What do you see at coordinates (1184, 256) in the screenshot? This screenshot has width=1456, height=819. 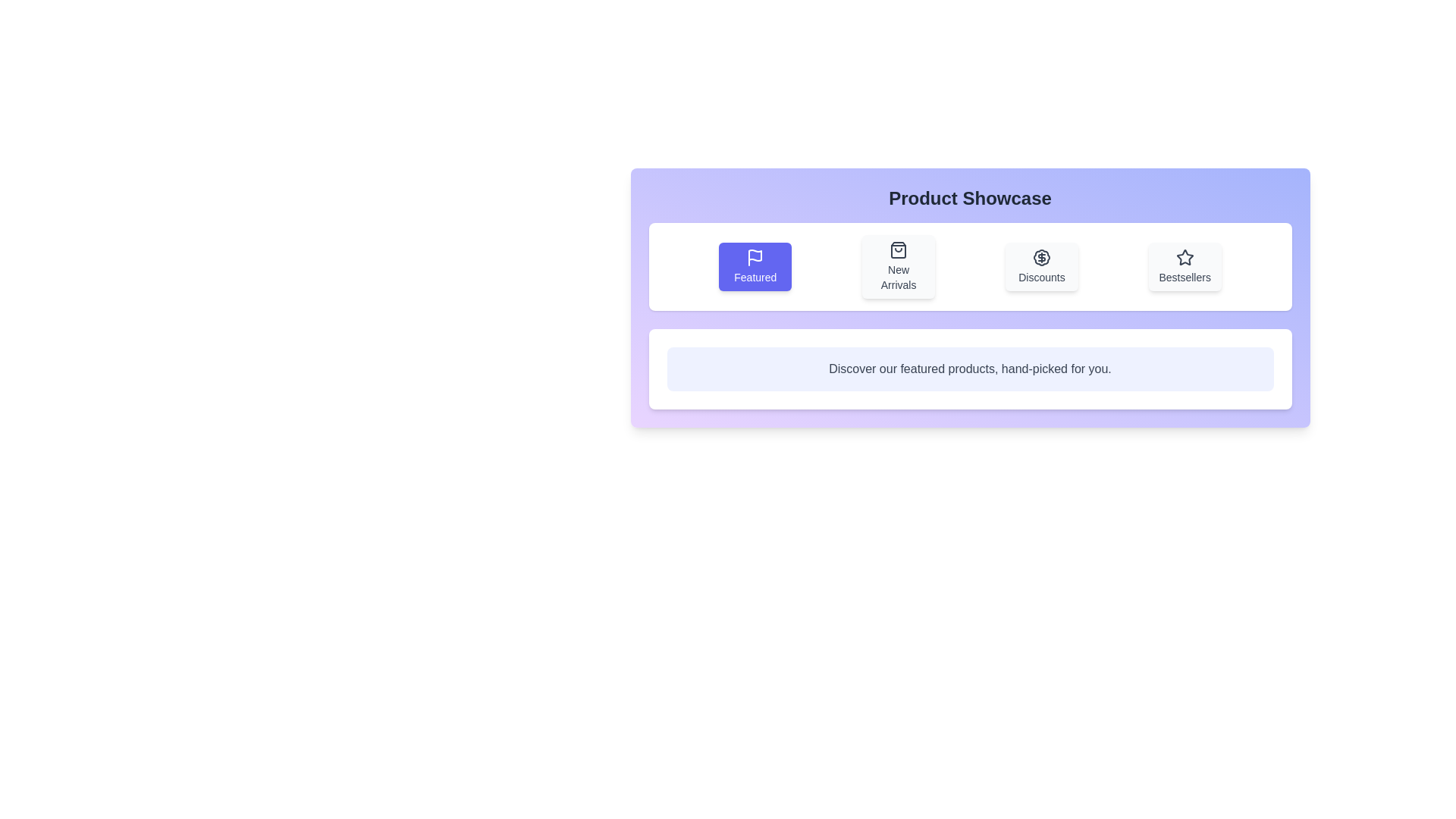 I see `the star icon representing the 'Bestsellers' category in the top horizontal menu, located in the fourth position` at bounding box center [1184, 256].